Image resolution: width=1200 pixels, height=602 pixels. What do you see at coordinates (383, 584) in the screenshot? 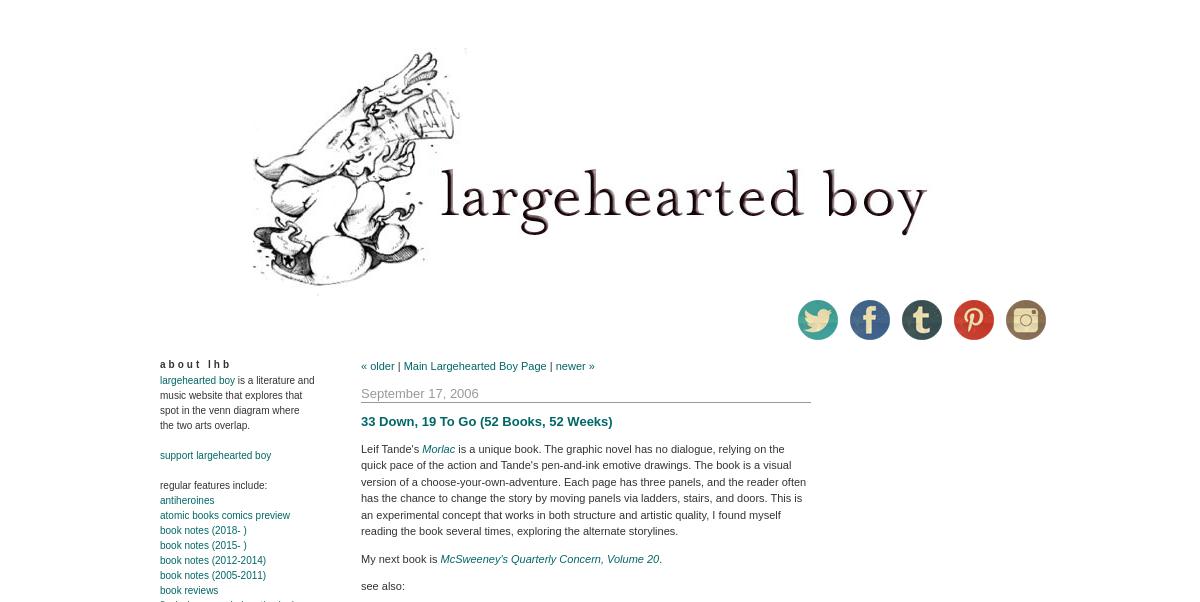
I see `'see also:'` at bounding box center [383, 584].